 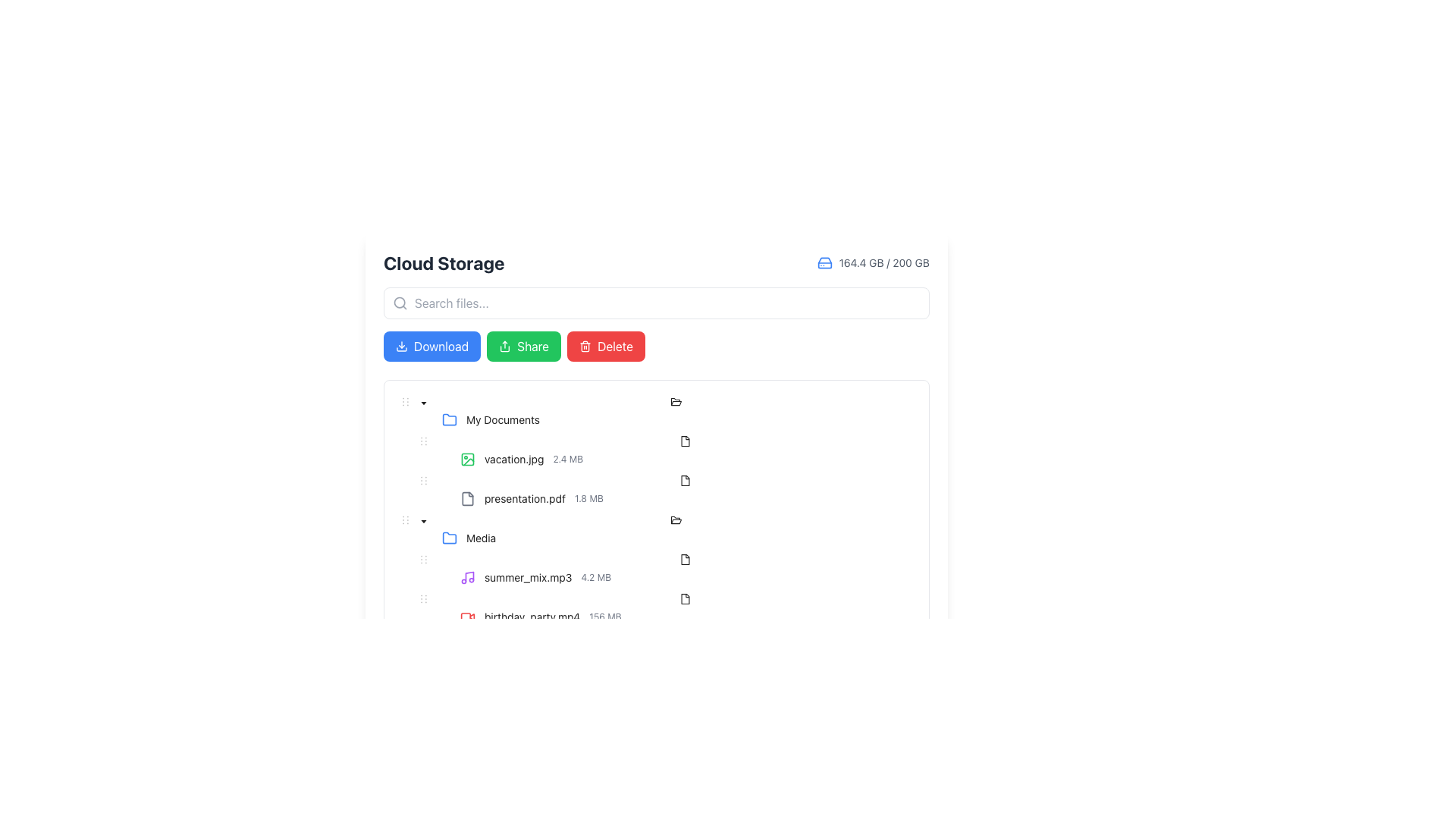 What do you see at coordinates (467, 499) in the screenshot?
I see `the document icon representing 'presentation.pdf' in the file management interface, which is the leftmost element in its row` at bounding box center [467, 499].